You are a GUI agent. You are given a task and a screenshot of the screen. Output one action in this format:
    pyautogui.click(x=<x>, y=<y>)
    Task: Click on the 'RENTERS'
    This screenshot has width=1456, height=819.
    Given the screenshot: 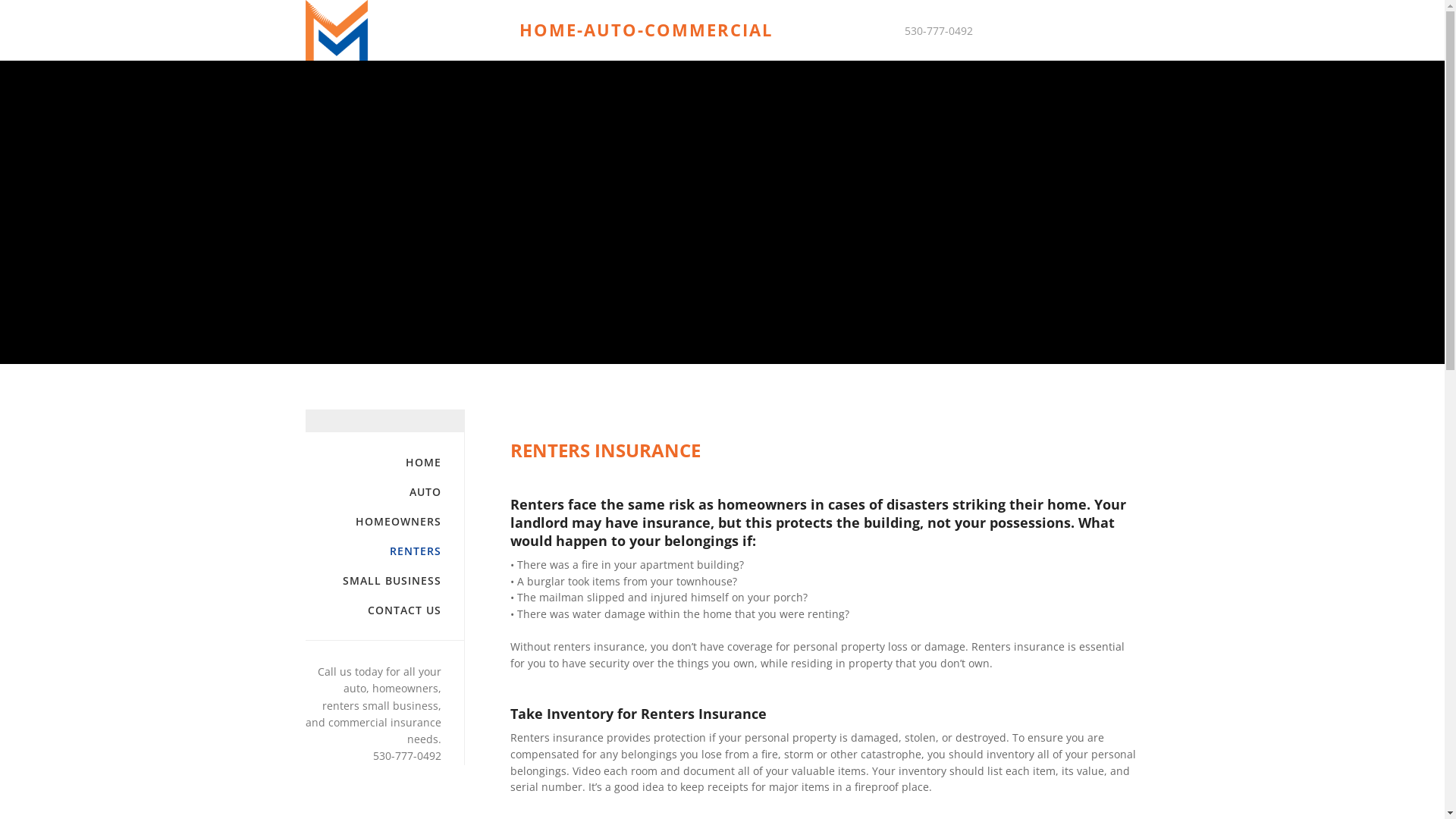 What is the action you would take?
    pyautogui.click(x=304, y=551)
    